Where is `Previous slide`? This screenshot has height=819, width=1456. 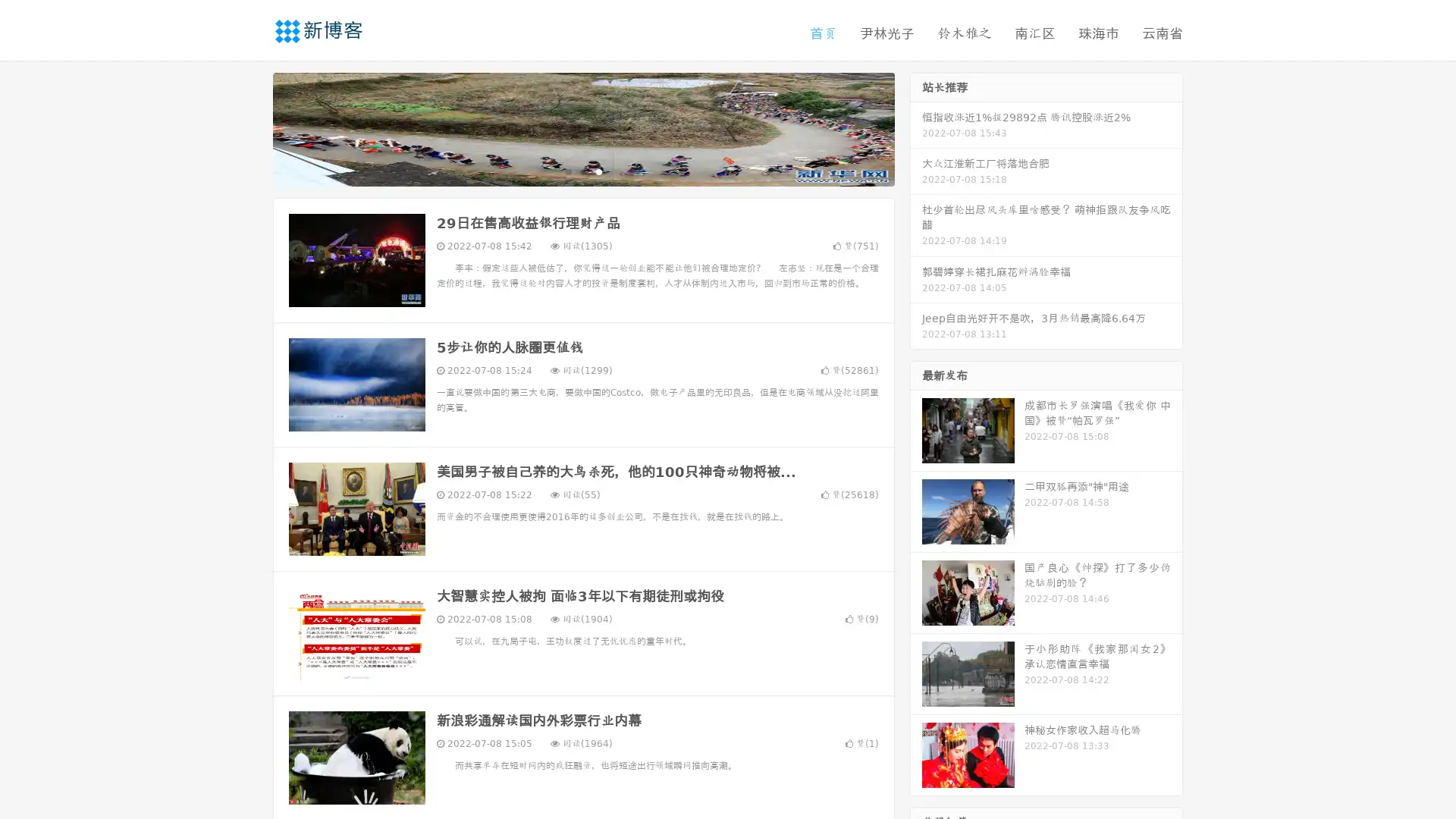 Previous slide is located at coordinates (250, 127).